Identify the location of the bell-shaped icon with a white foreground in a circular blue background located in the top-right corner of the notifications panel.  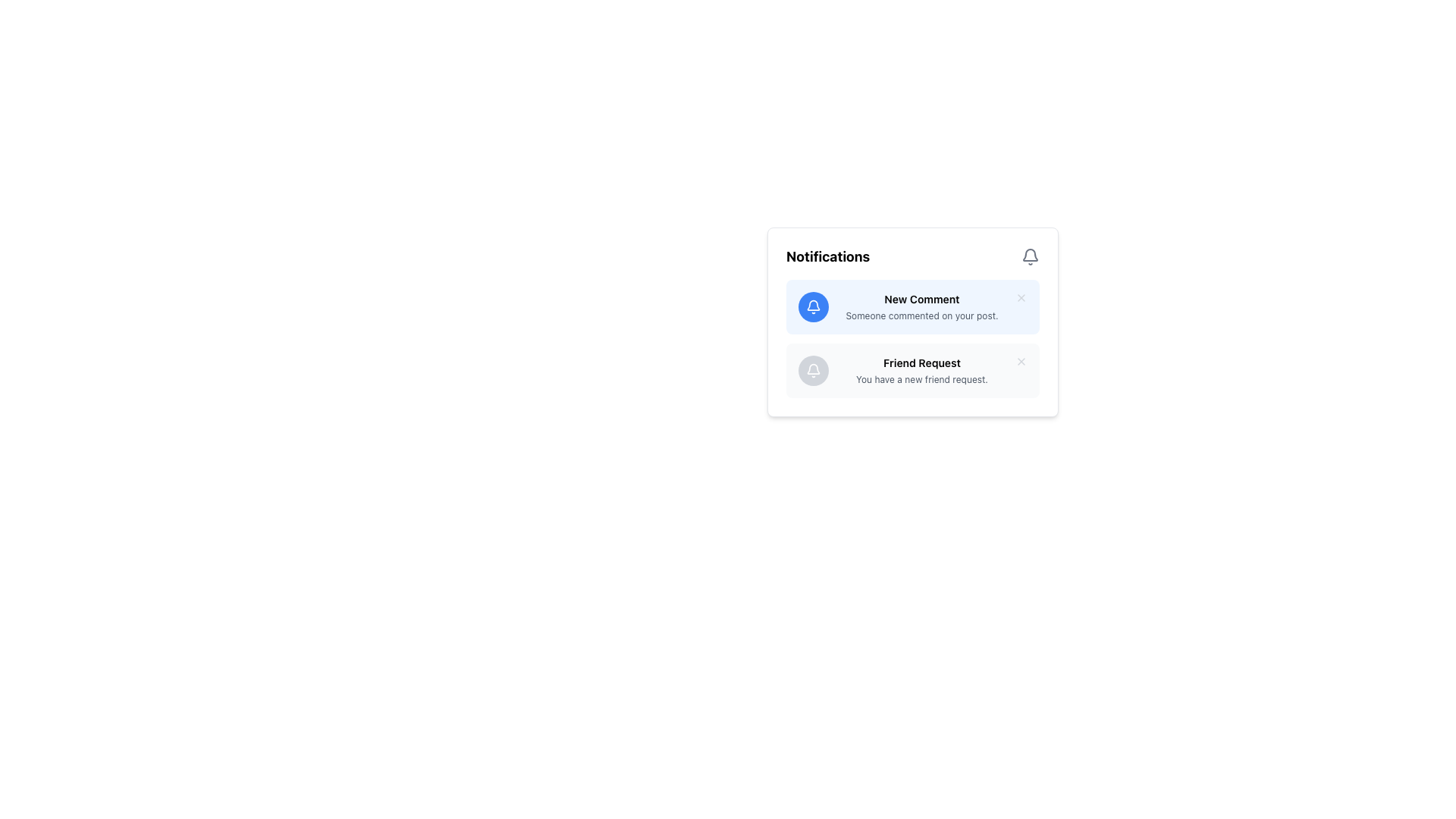
(813, 307).